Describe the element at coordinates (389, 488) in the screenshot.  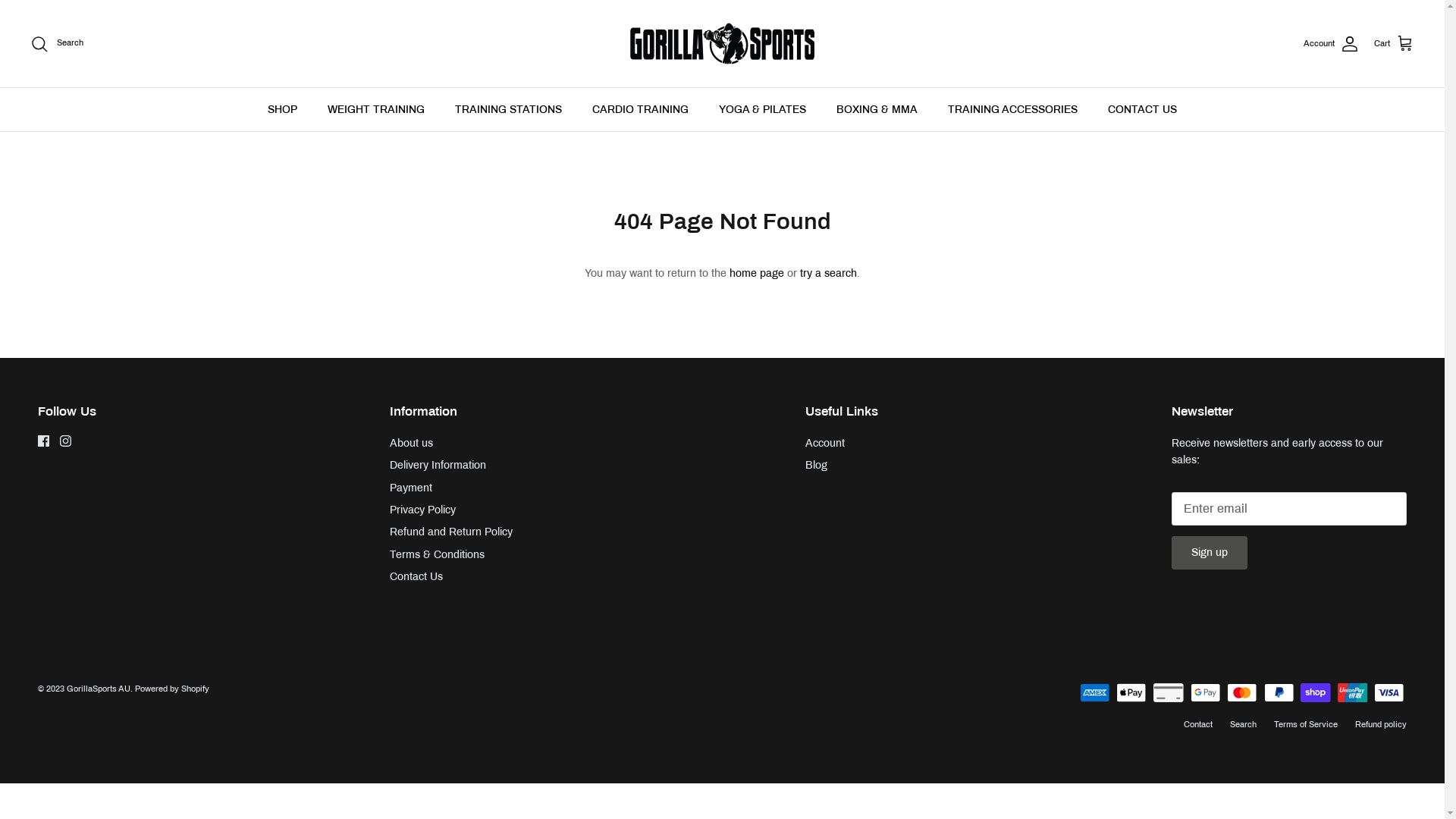
I see `'Payment'` at that location.